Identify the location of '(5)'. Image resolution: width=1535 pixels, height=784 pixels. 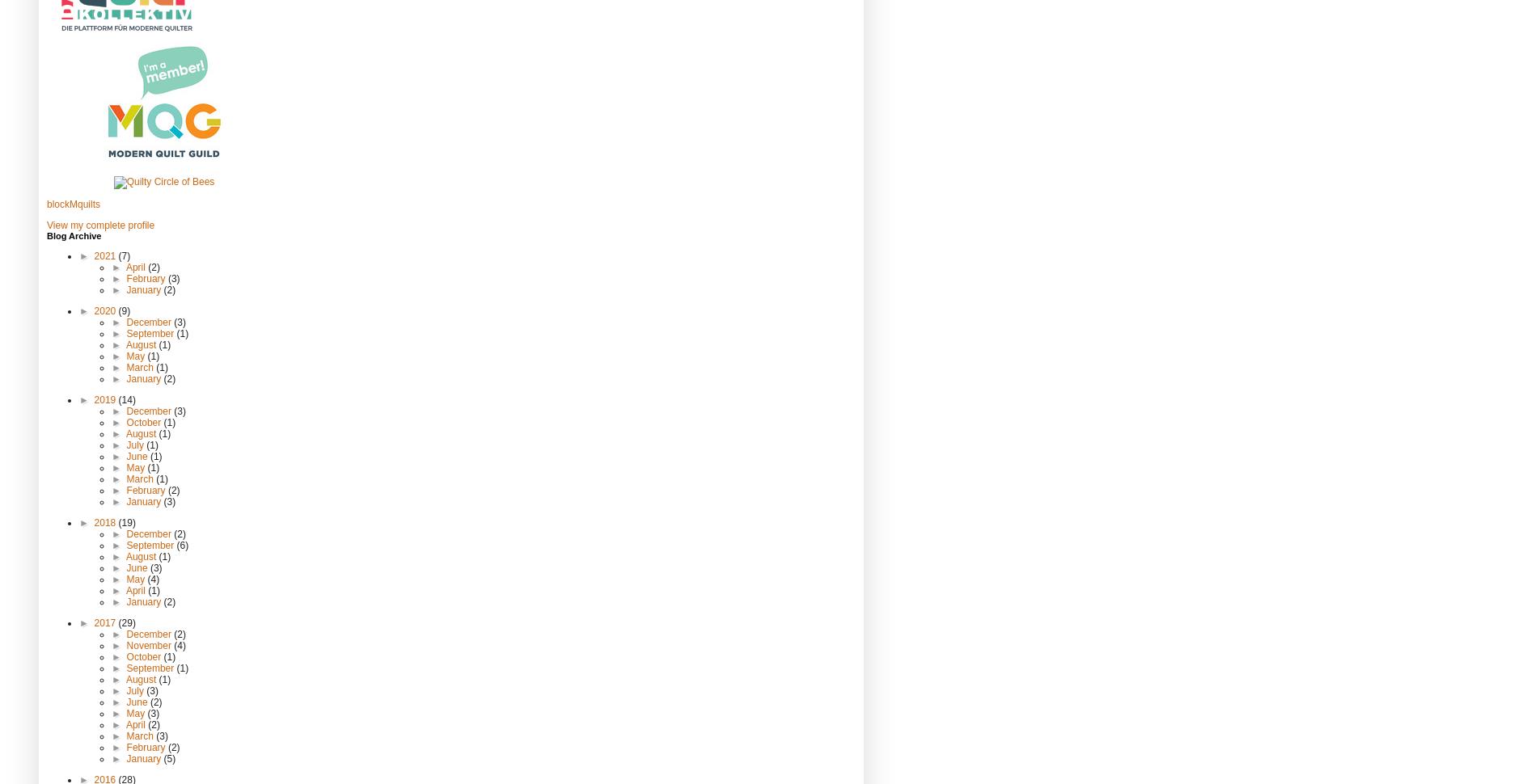
(168, 757).